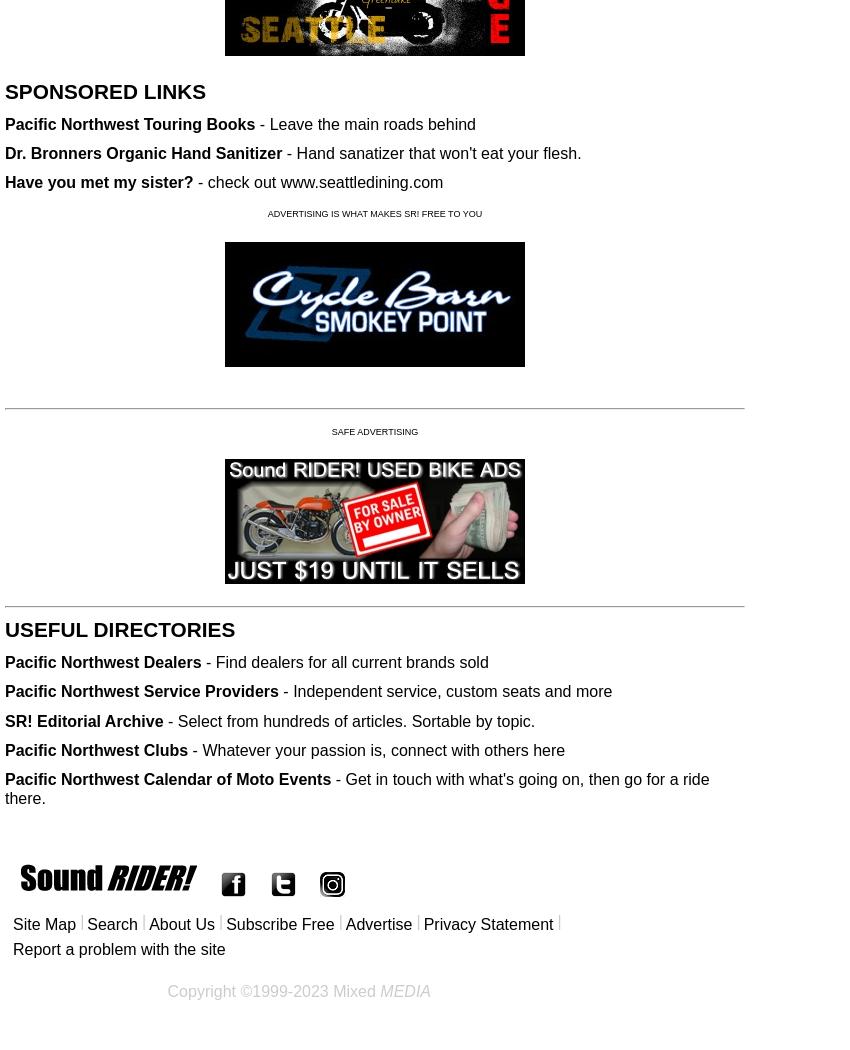  What do you see at coordinates (167, 779) in the screenshot?
I see `'Pacific Northwest Calendar of Moto Events'` at bounding box center [167, 779].